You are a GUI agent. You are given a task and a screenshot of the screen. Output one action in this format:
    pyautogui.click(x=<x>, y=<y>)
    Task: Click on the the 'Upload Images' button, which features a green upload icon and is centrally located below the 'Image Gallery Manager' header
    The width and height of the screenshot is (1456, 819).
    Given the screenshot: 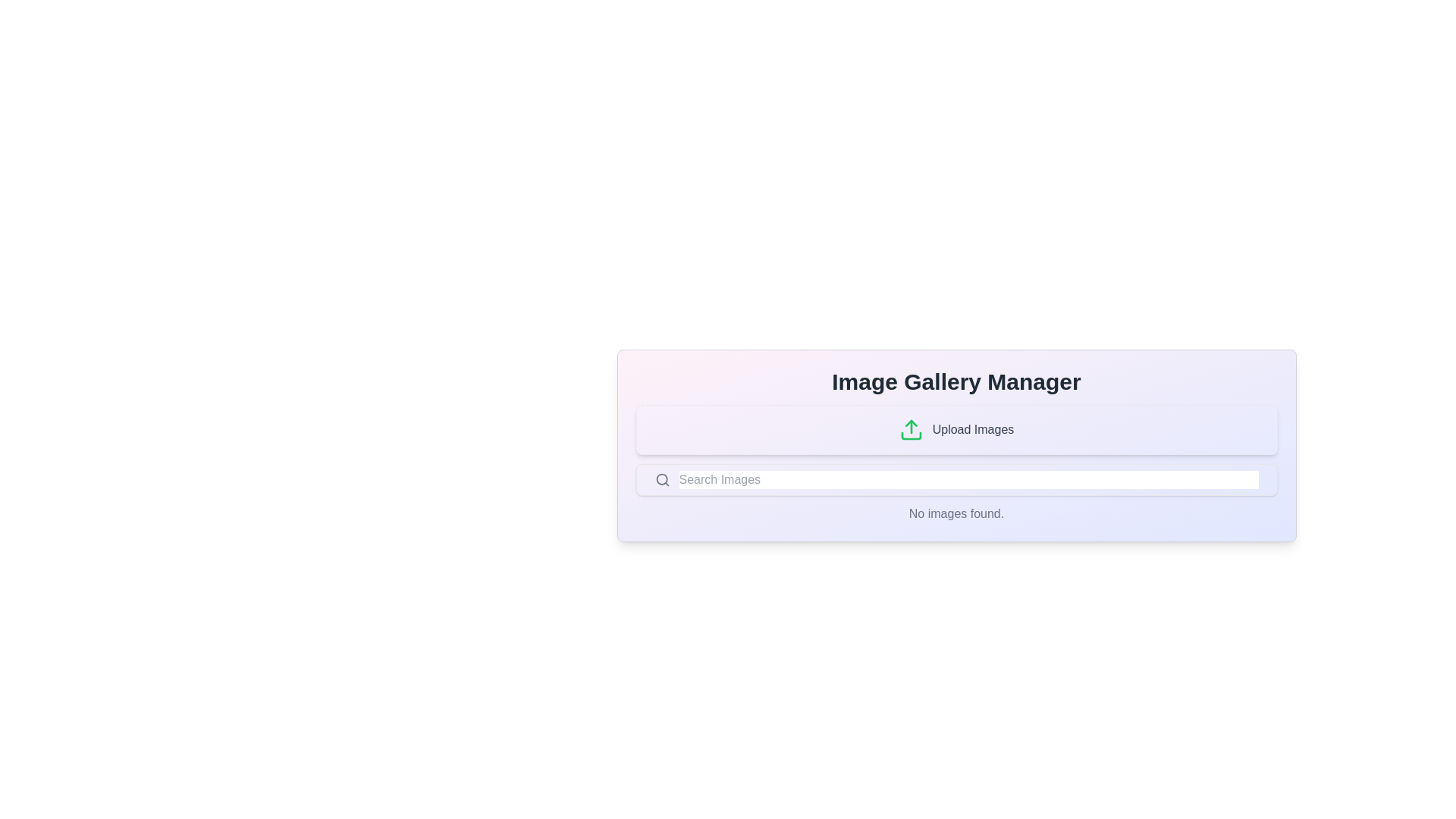 What is the action you would take?
    pyautogui.click(x=955, y=430)
    